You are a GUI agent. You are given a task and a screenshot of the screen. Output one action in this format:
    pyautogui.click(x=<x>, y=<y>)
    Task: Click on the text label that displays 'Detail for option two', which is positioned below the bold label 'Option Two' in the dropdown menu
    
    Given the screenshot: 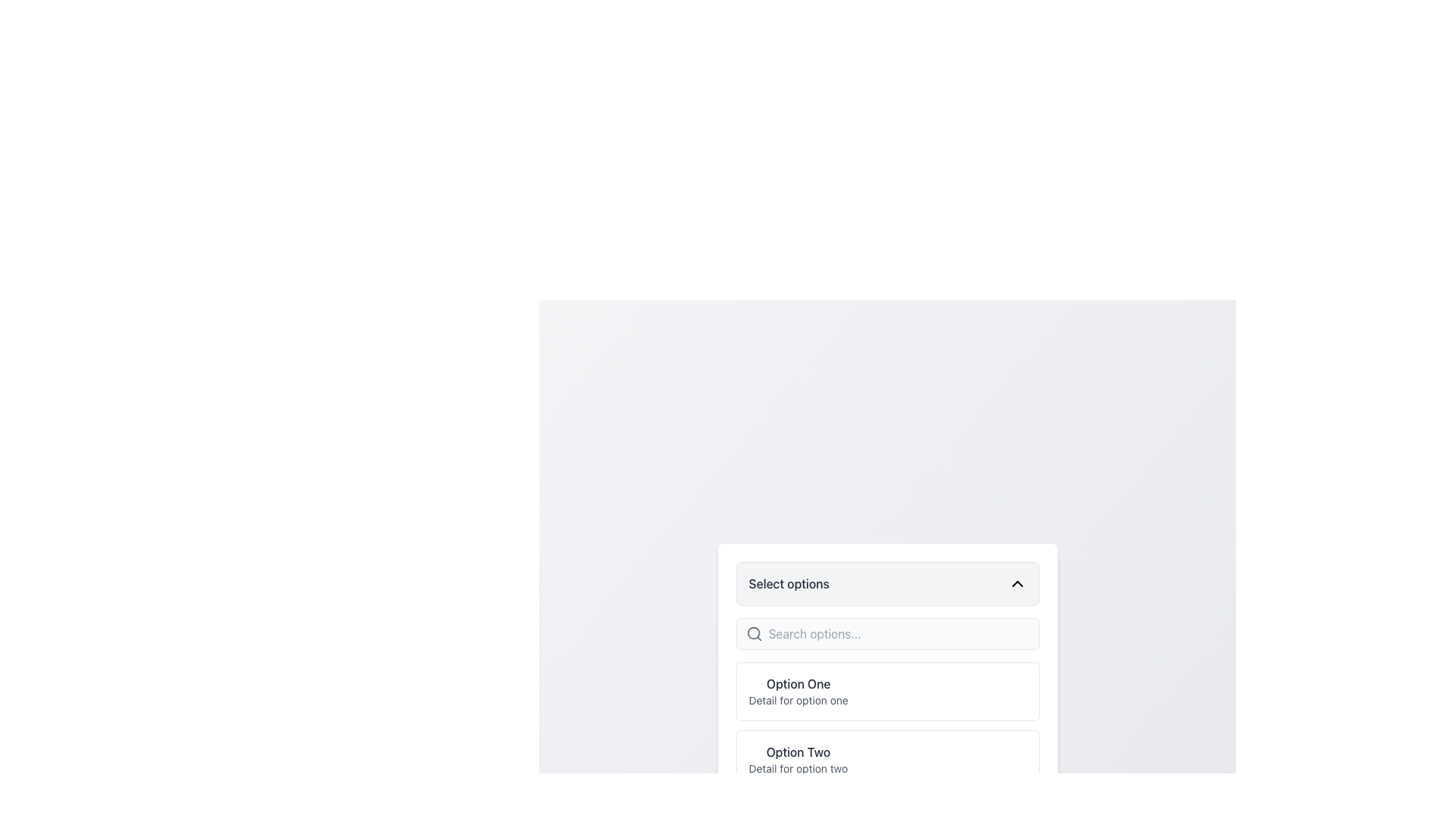 What is the action you would take?
    pyautogui.click(x=797, y=769)
    